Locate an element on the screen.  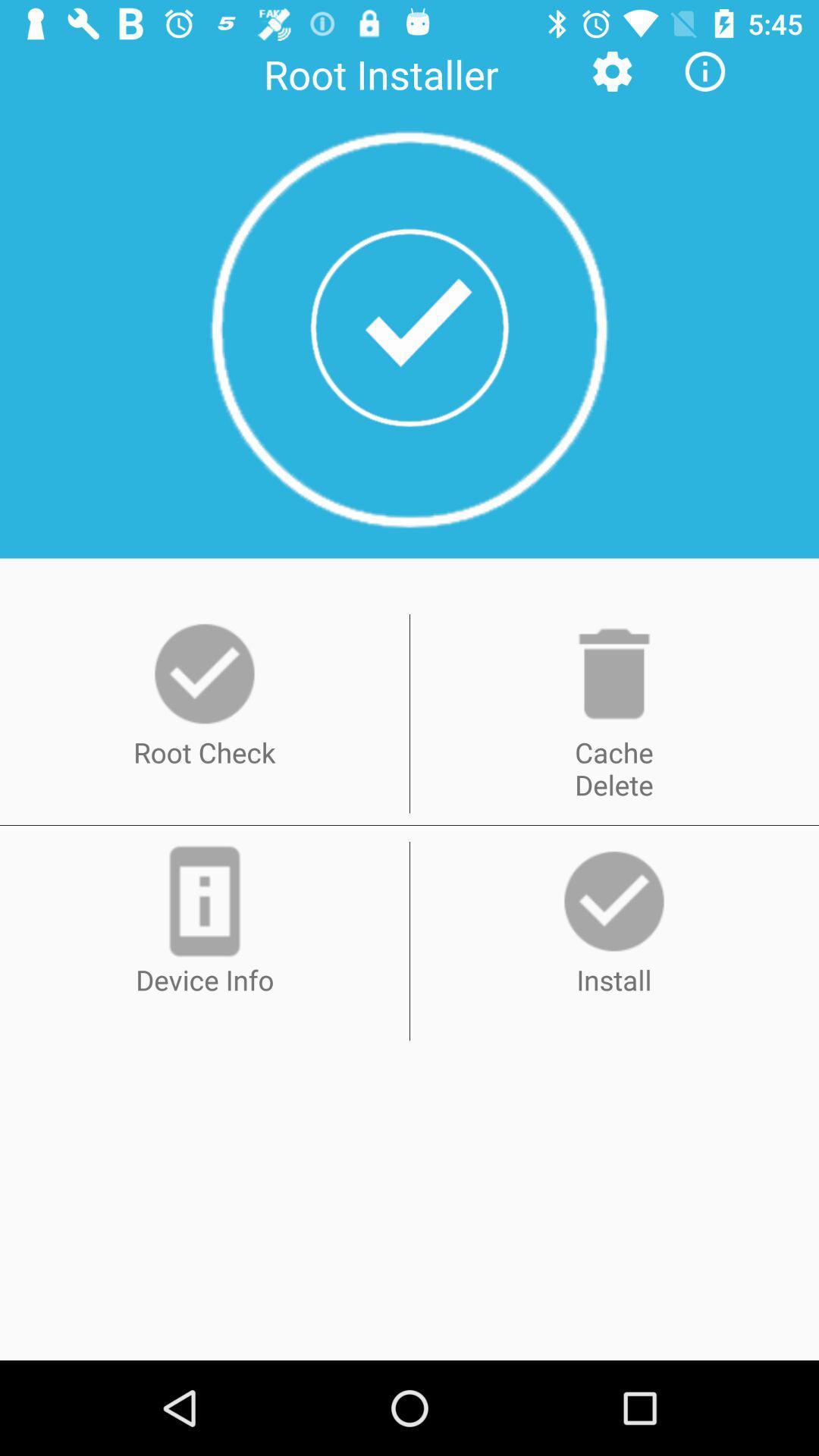
icon next to root installer icon is located at coordinates (611, 71).